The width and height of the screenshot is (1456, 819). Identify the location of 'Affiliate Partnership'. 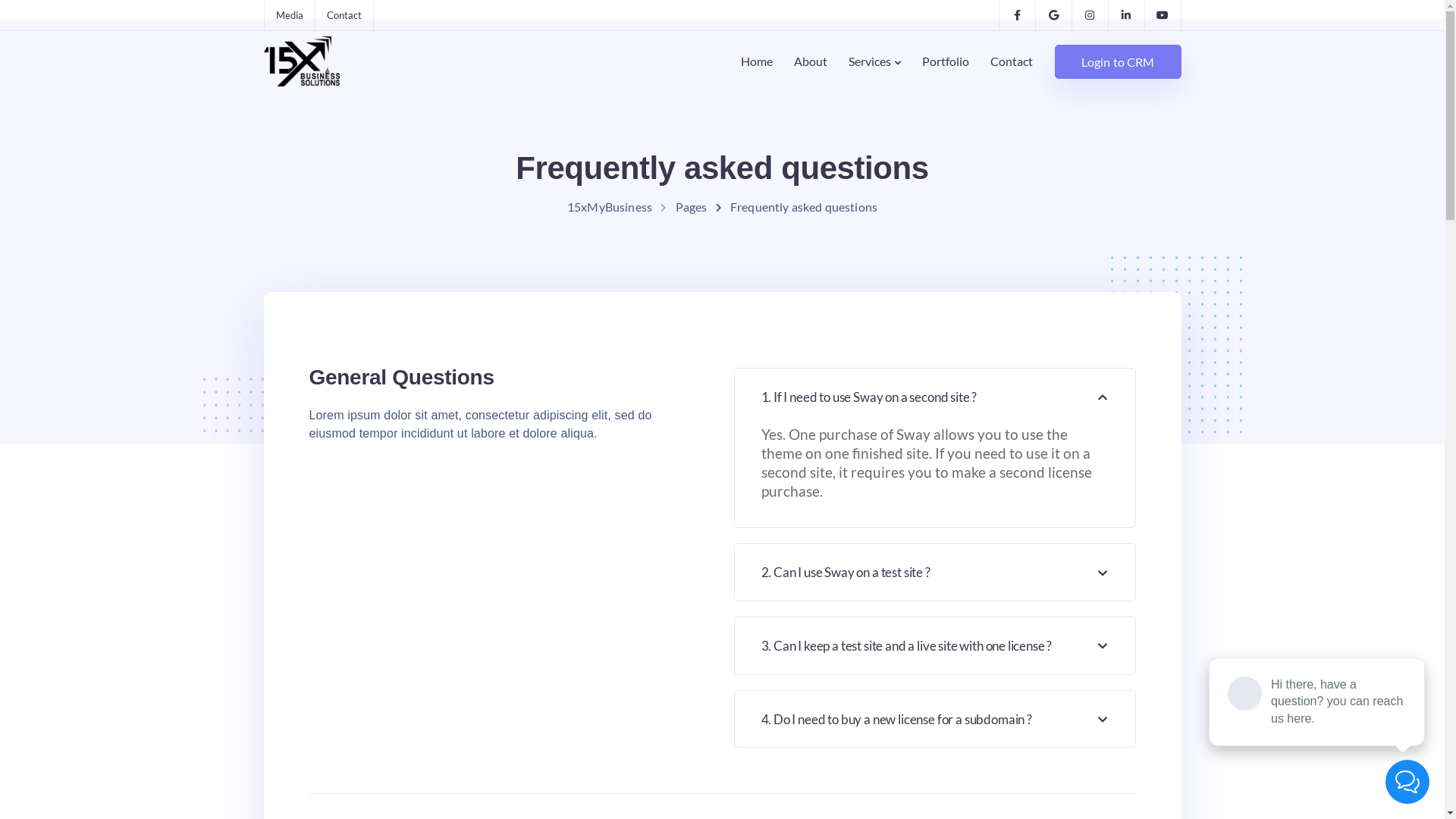
(512, 701).